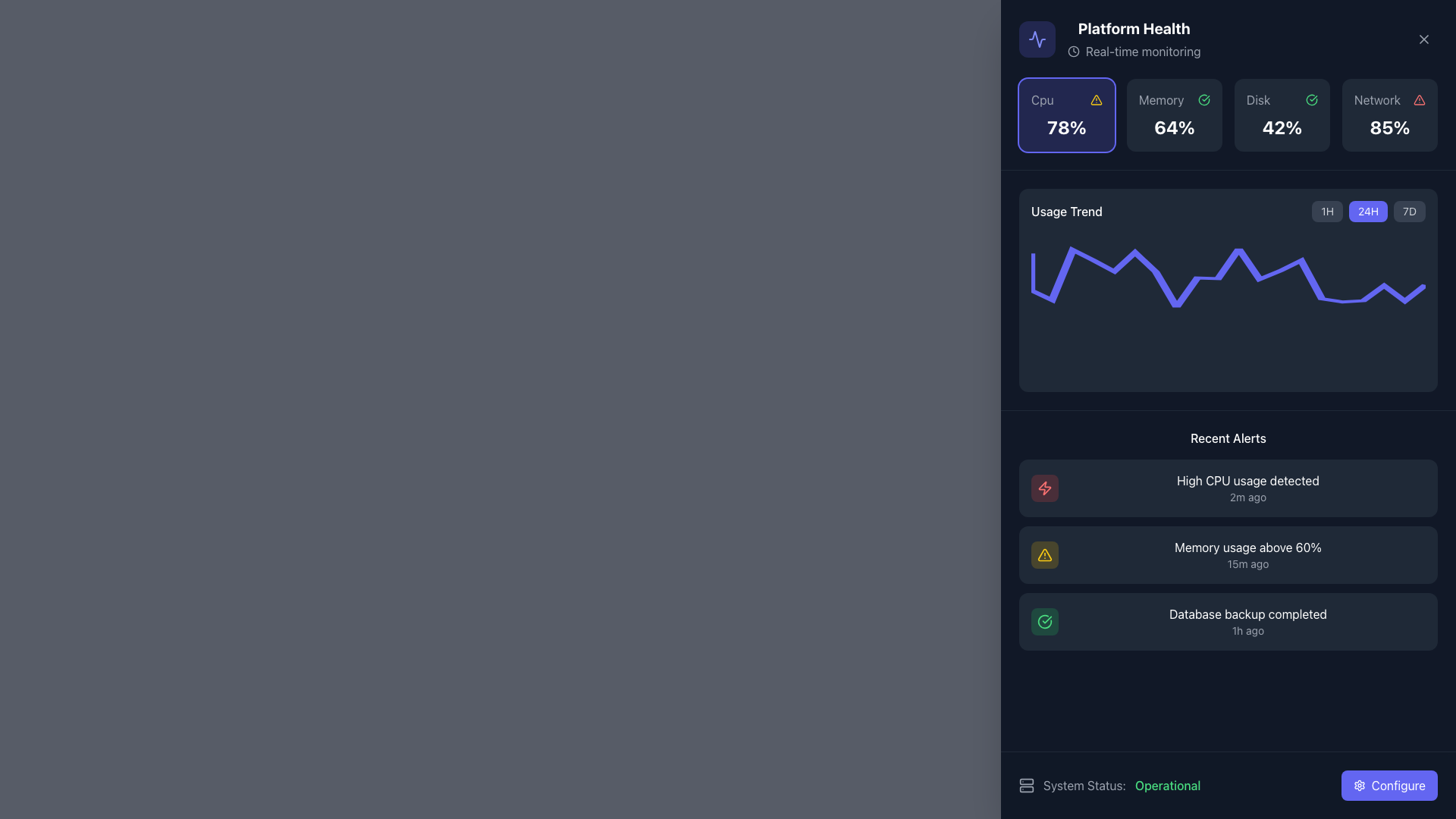  Describe the element at coordinates (1167, 785) in the screenshot. I see `the Static text label displaying 'Operational' in a green font, located at the bottom-right corner of the interface adjacent to the 'Configure' button` at that location.